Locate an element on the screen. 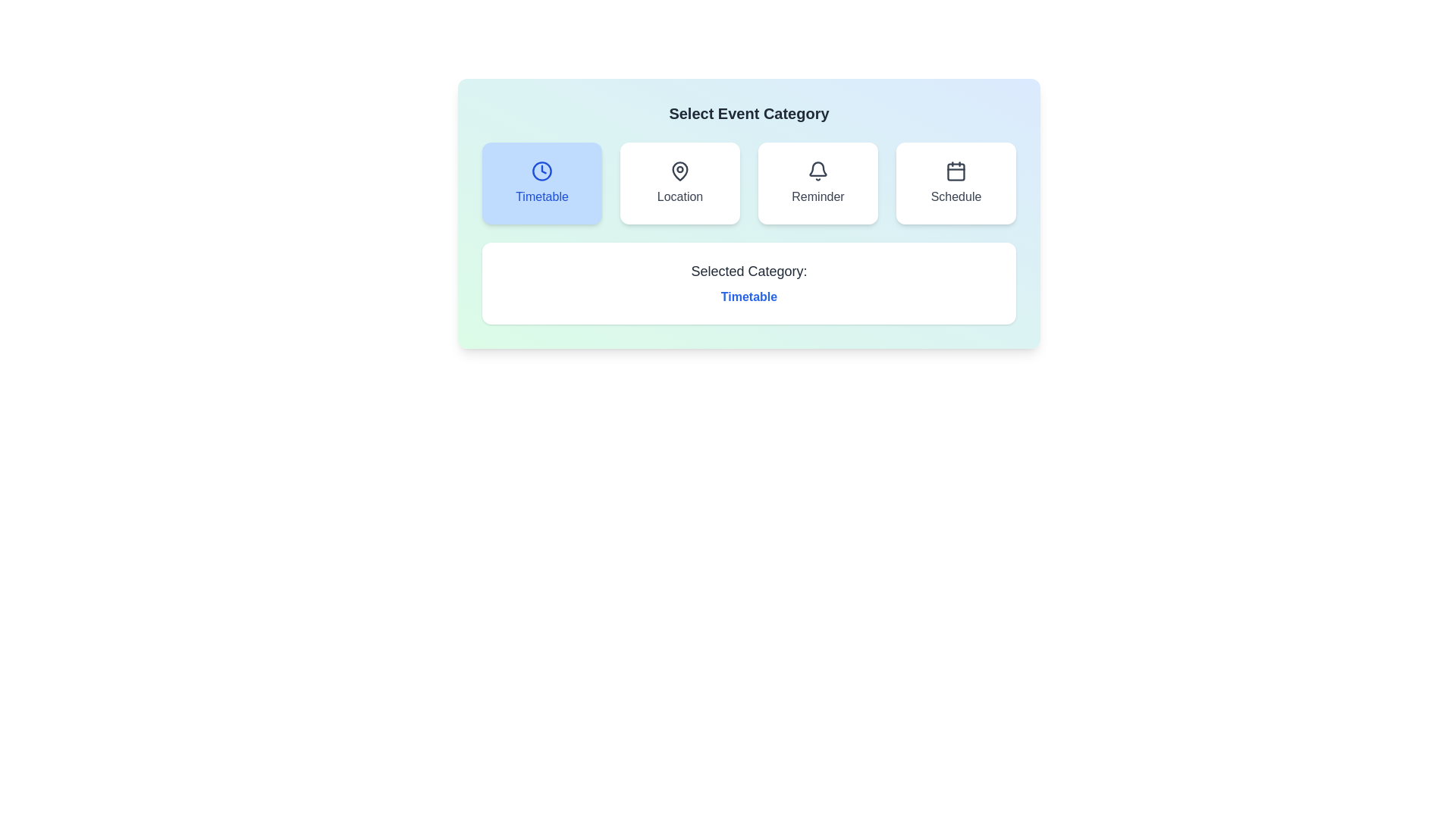 The width and height of the screenshot is (1456, 819). the button labeled Reminder to observe its hover effect is located at coordinates (817, 183).